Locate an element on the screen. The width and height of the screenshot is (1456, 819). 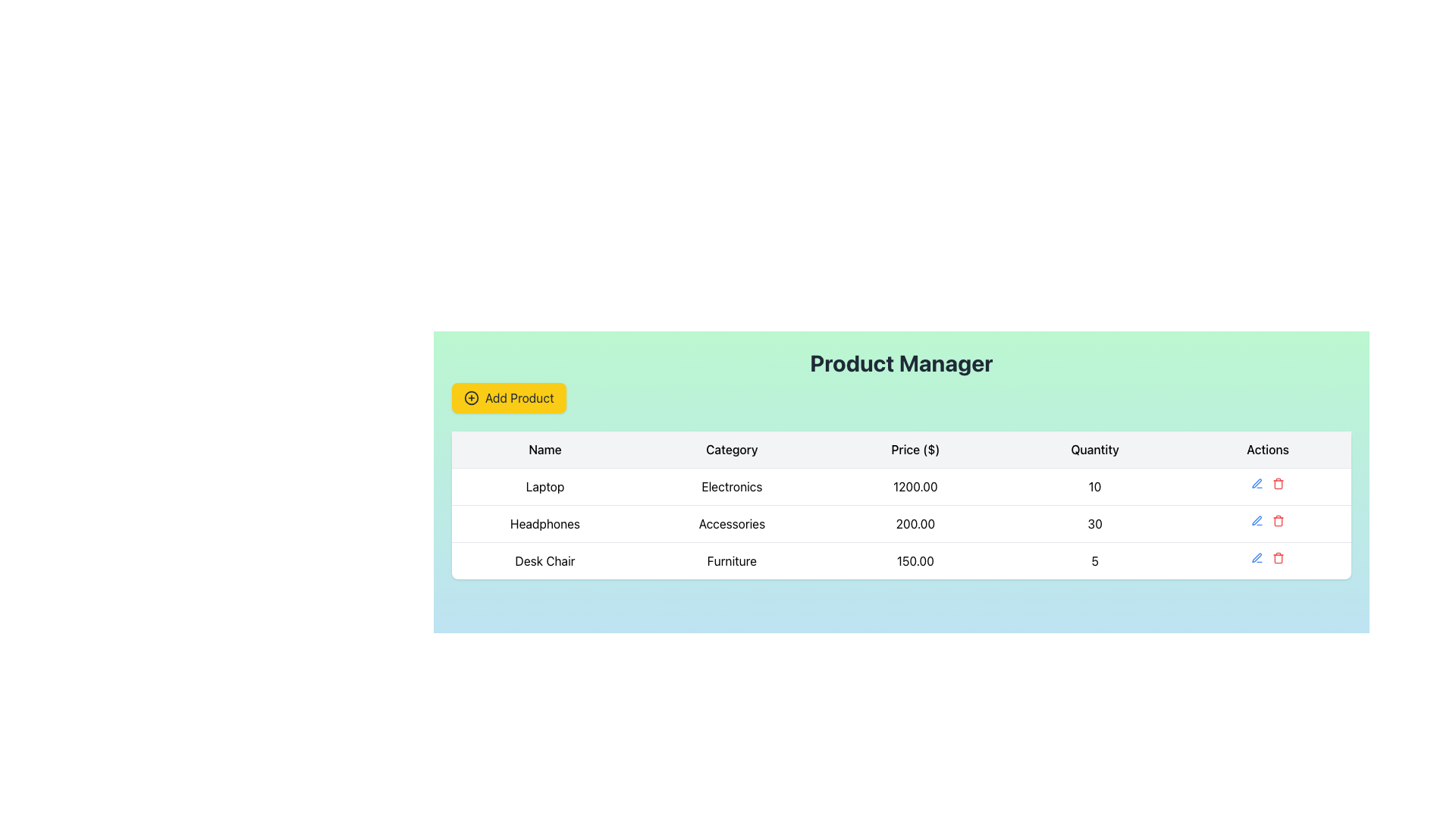
vertical rectangle with rounded edges that is part of the trash bin icon in the 'Actions' column of the table for the product 'Desk Chair' using developer tools is located at coordinates (1278, 559).